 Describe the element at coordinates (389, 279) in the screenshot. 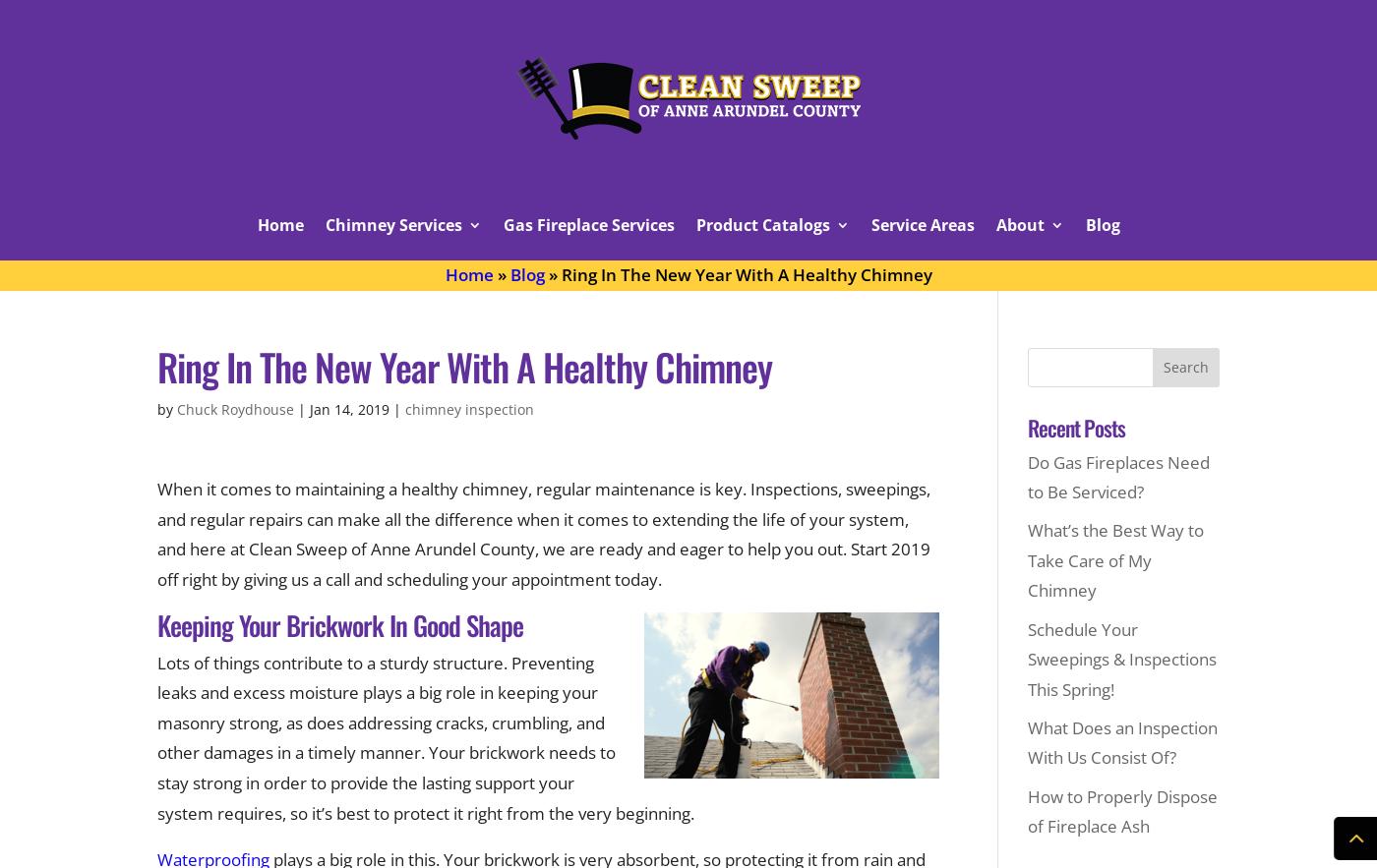

I see `'Chimney Inspections'` at that location.